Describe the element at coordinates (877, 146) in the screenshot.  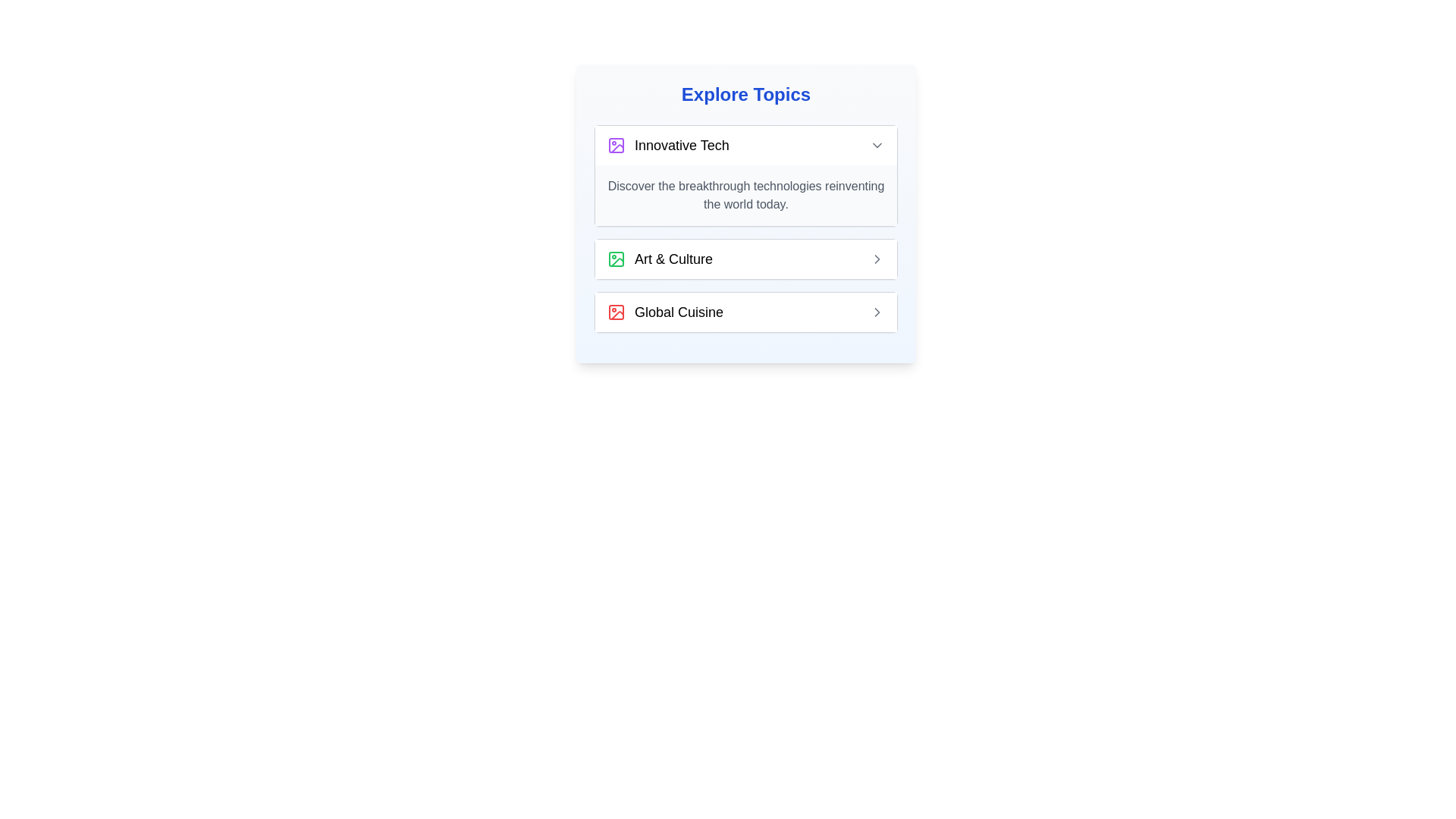
I see `the downward-pointing chevron icon in the 'Explore Topics' panel, located in the 'Innovative Tech' row` at that location.